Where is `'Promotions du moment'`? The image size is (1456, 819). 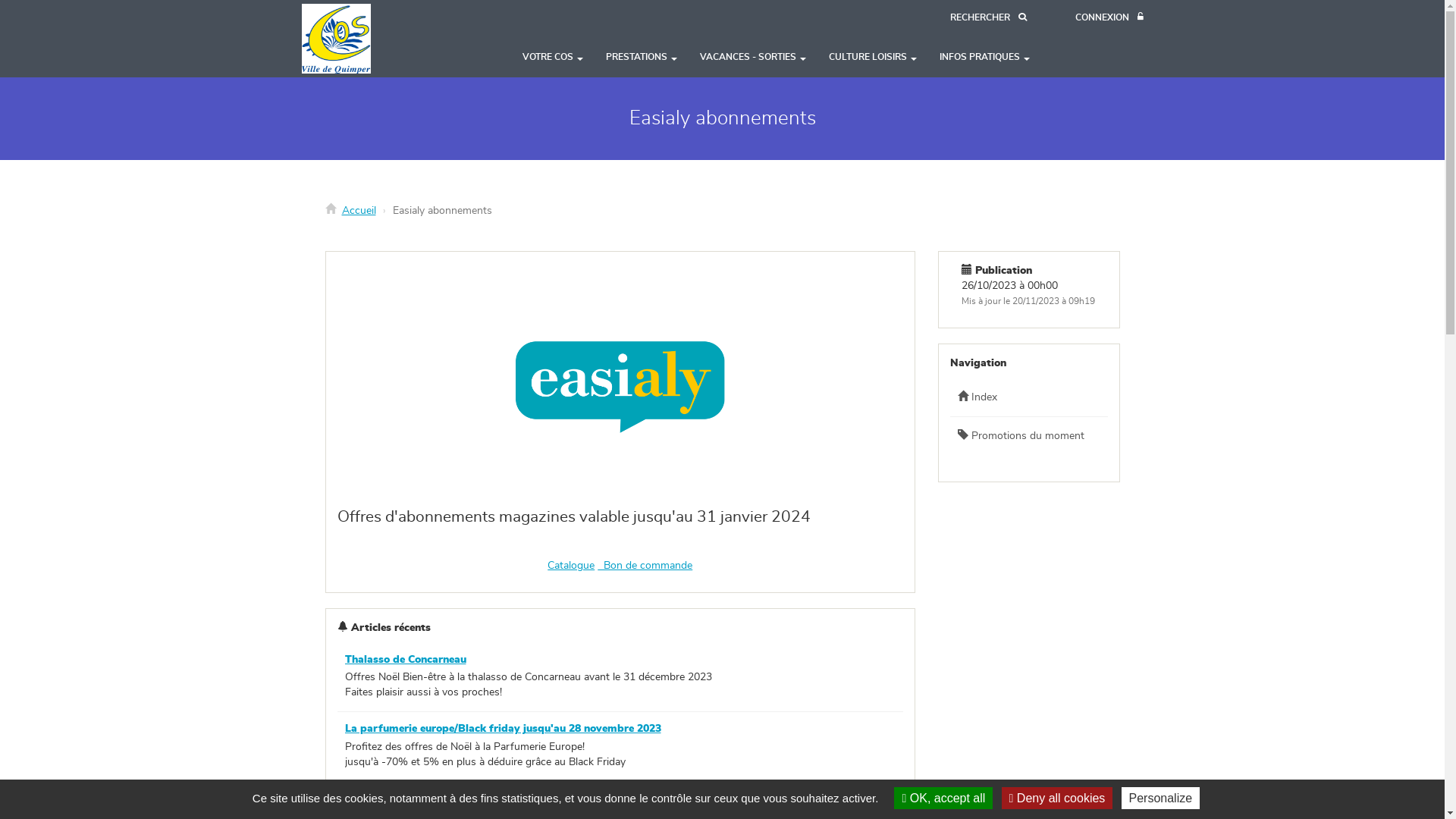 'Promotions du moment' is located at coordinates (1029, 435).